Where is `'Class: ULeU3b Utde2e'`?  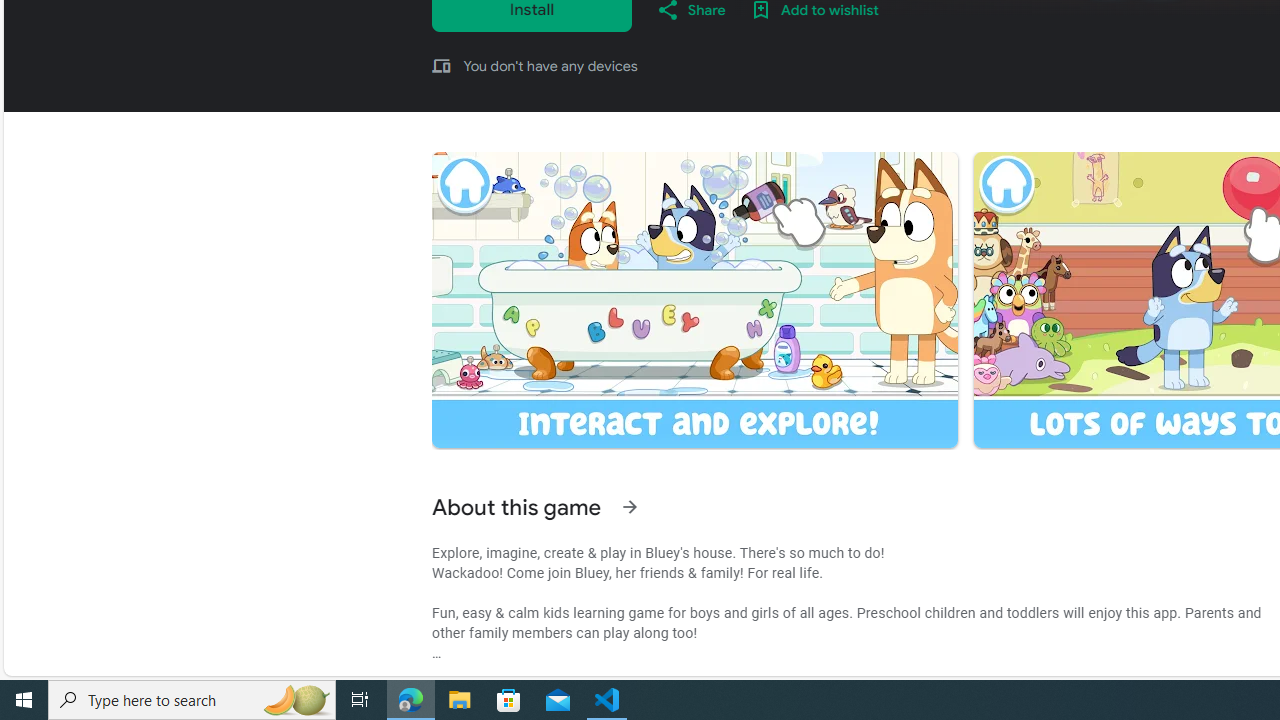
'Class: ULeU3b Utde2e' is located at coordinates (694, 300).